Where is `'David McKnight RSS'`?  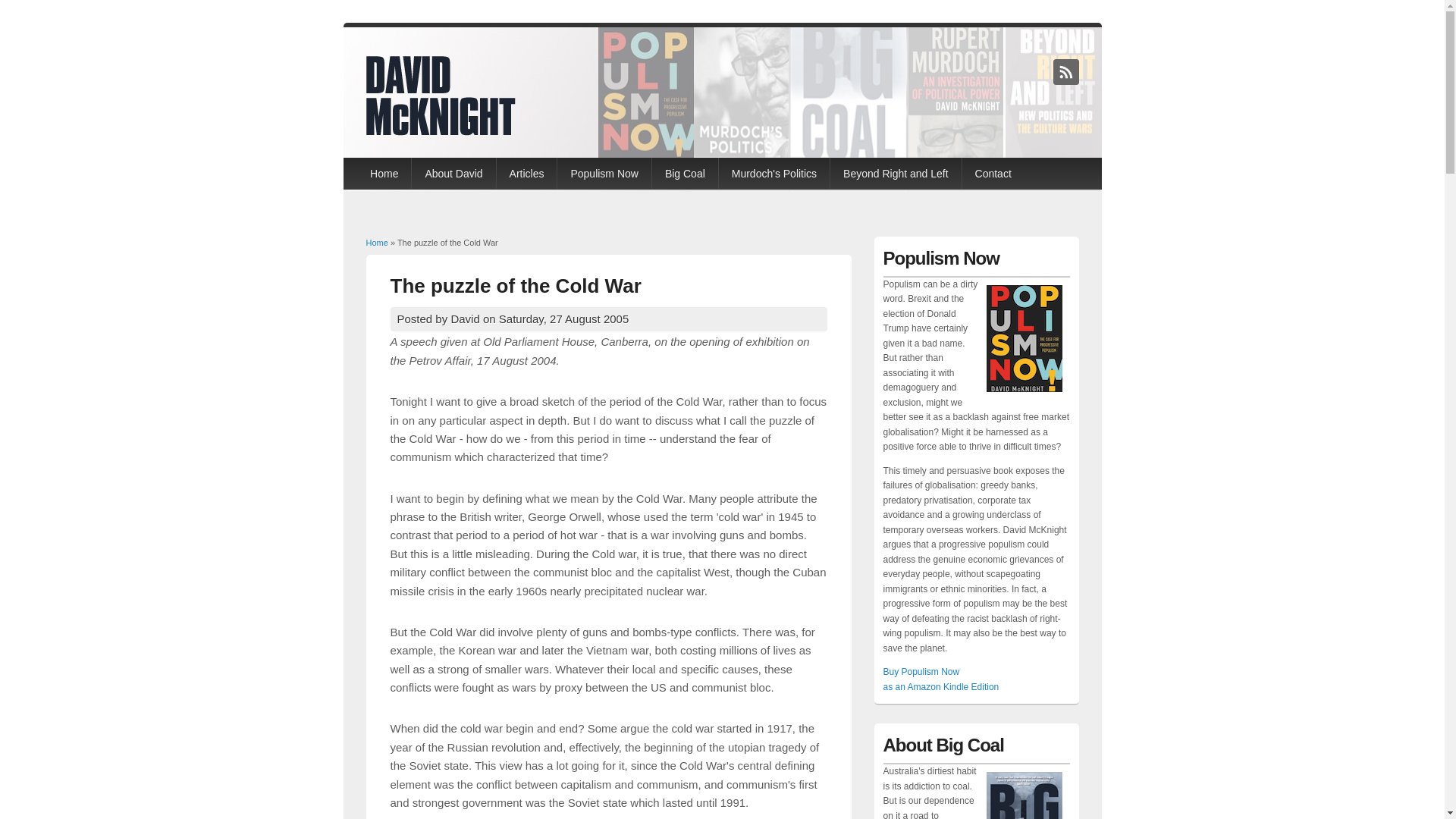 'David McKnight RSS' is located at coordinates (1065, 72).